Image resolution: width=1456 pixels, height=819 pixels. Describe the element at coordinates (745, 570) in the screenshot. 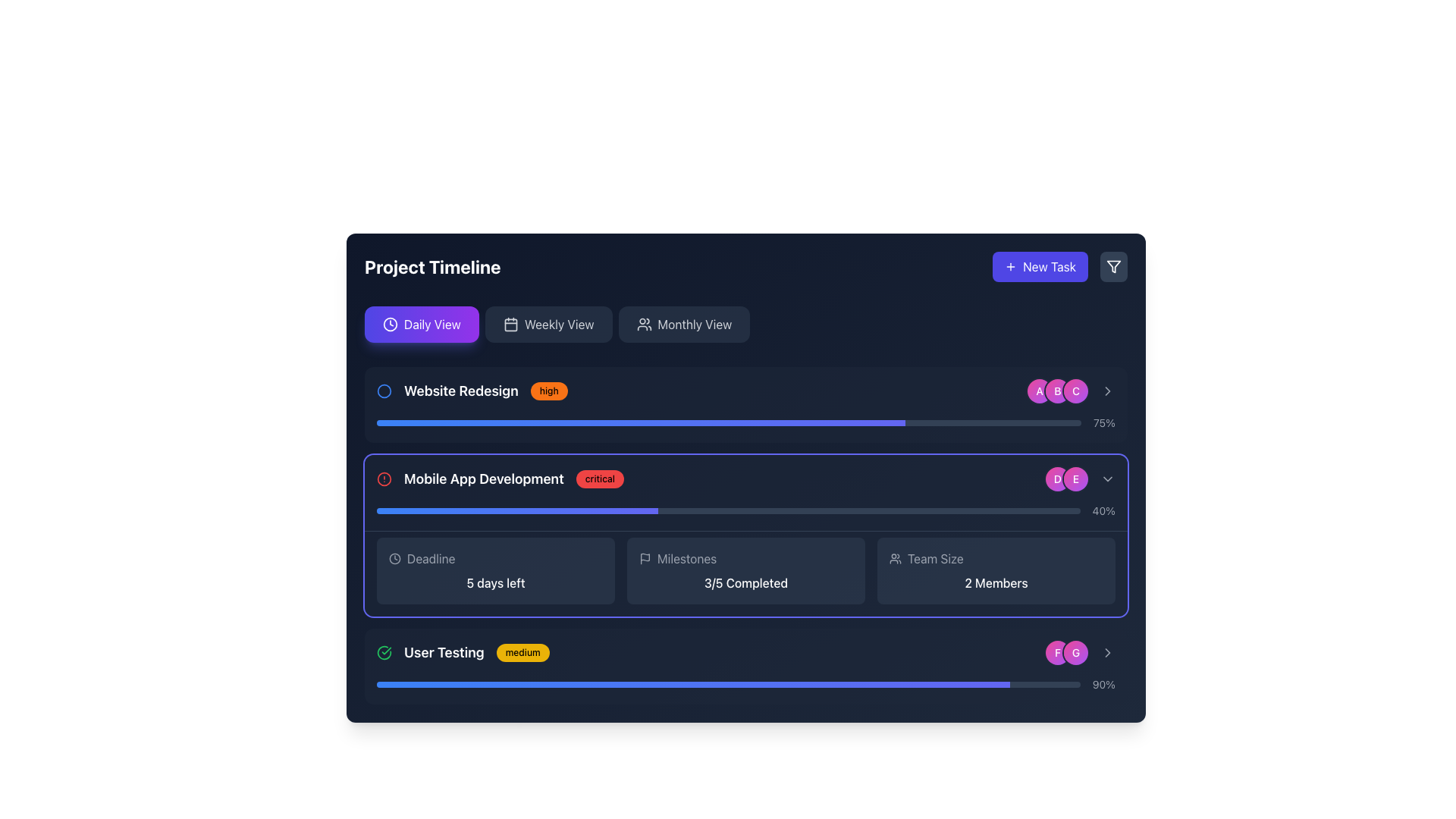

I see `the 'Milestones' informational status card element to focus on it, which is the second card from the left in the Mobile App Development section` at that location.